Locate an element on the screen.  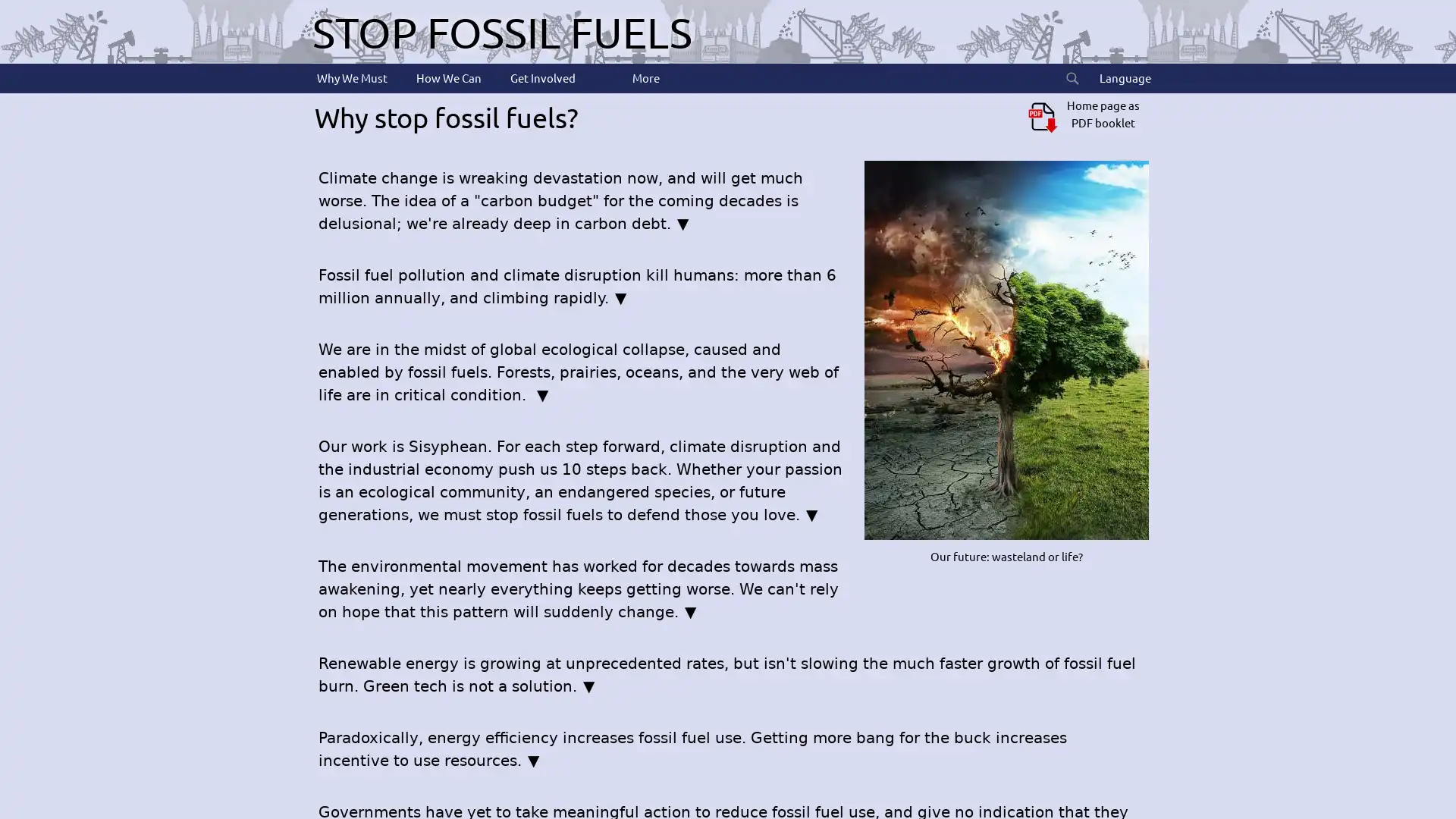
How We Can is located at coordinates (445, 78).